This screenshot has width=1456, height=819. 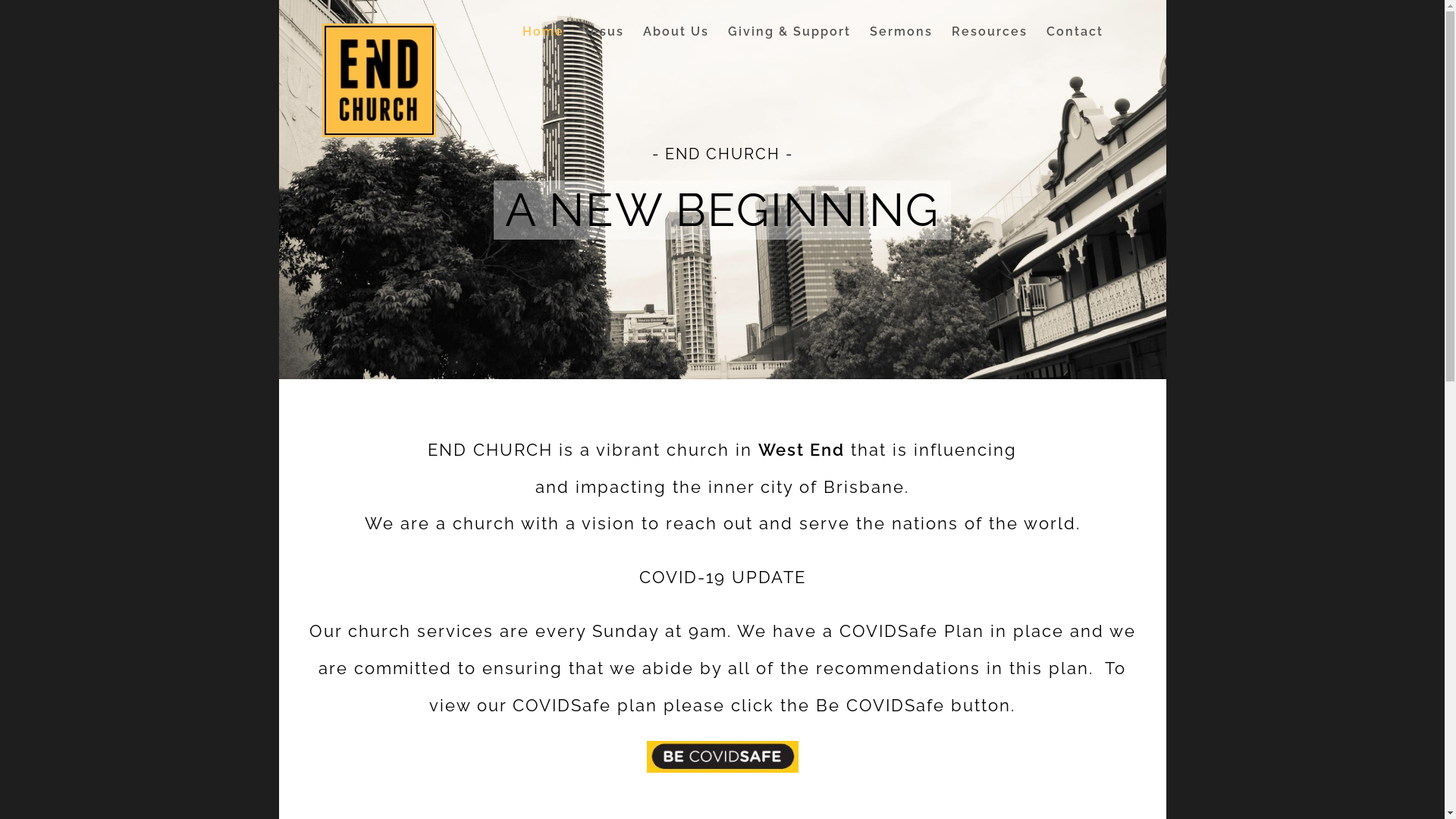 I want to click on 'Sermons', so click(x=901, y=32).